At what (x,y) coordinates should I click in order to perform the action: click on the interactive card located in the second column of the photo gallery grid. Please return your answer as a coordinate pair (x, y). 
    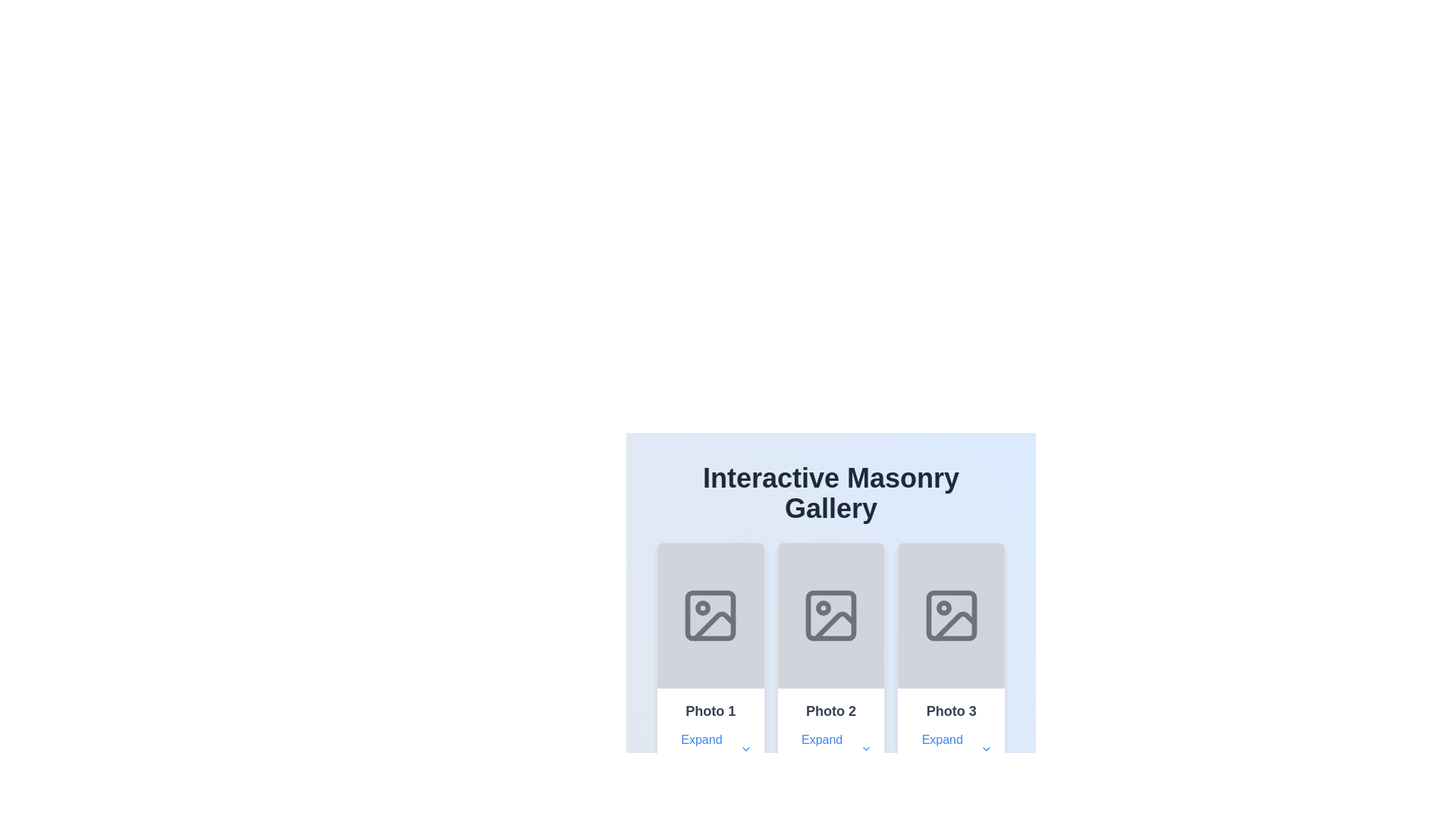
    Looking at the image, I should click on (830, 660).